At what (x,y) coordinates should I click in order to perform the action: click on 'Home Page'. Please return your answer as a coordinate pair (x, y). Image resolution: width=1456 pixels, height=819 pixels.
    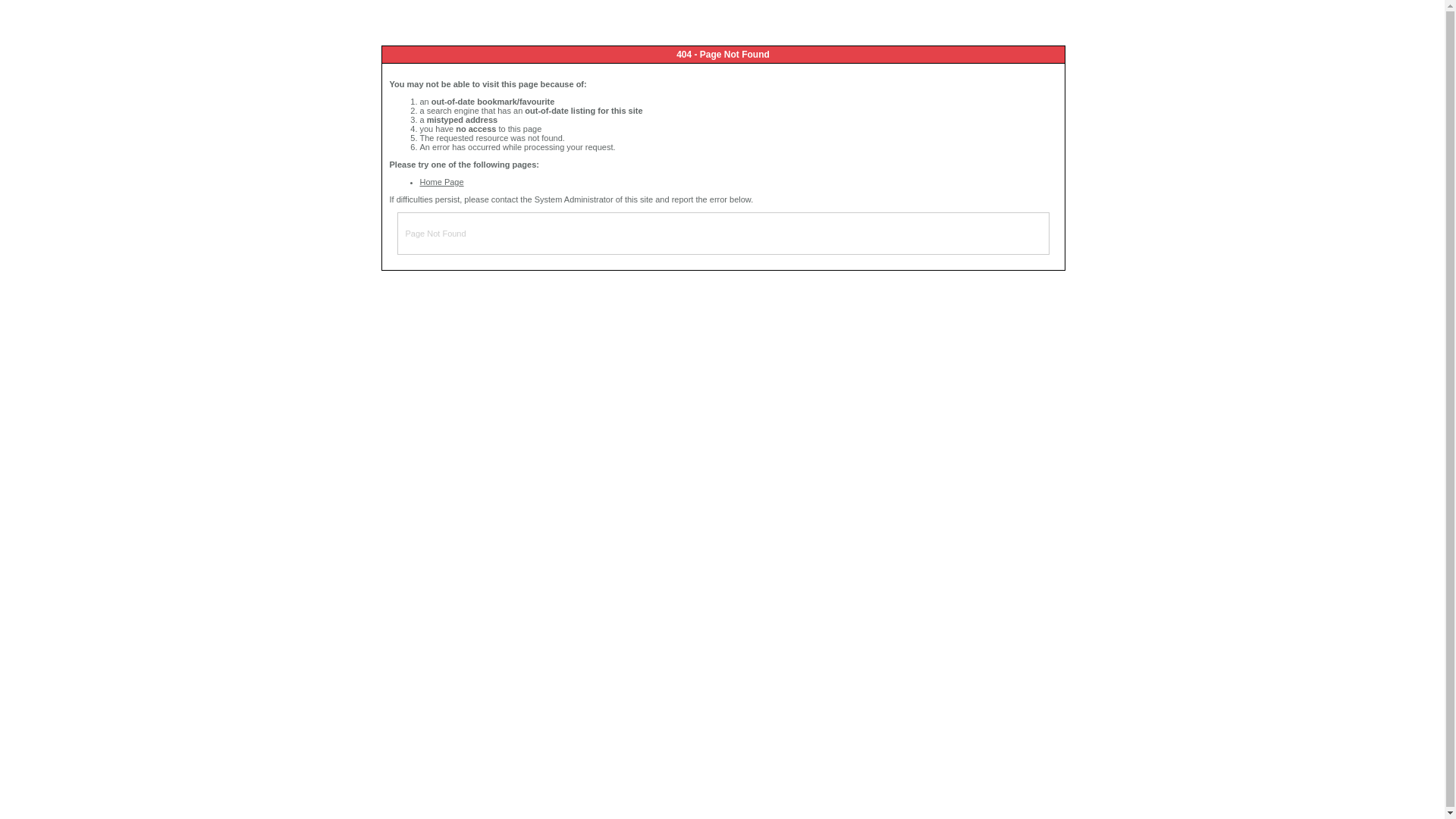
    Looking at the image, I should click on (441, 180).